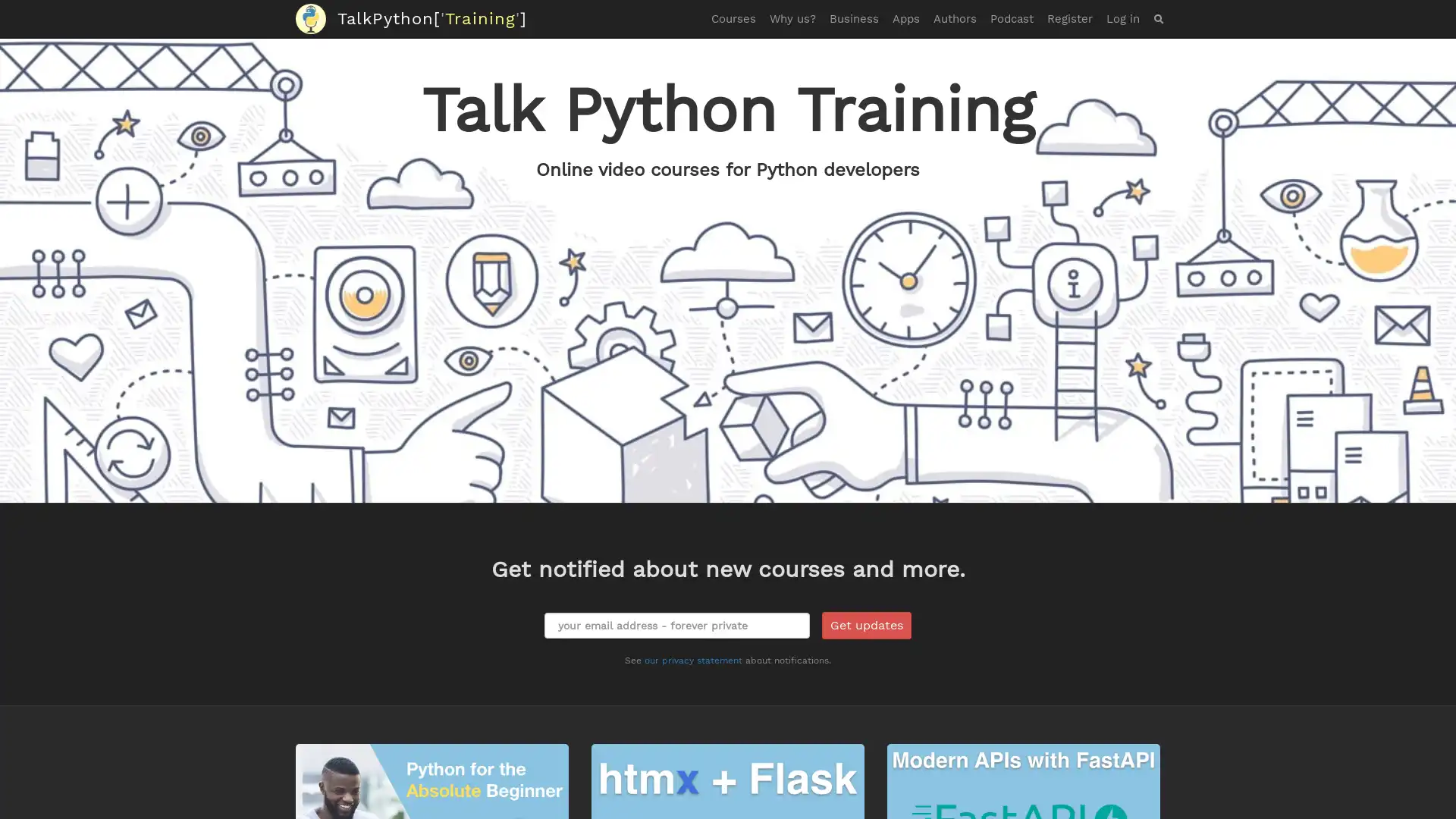 This screenshot has height=819, width=1456. I want to click on Get updates, so click(866, 626).